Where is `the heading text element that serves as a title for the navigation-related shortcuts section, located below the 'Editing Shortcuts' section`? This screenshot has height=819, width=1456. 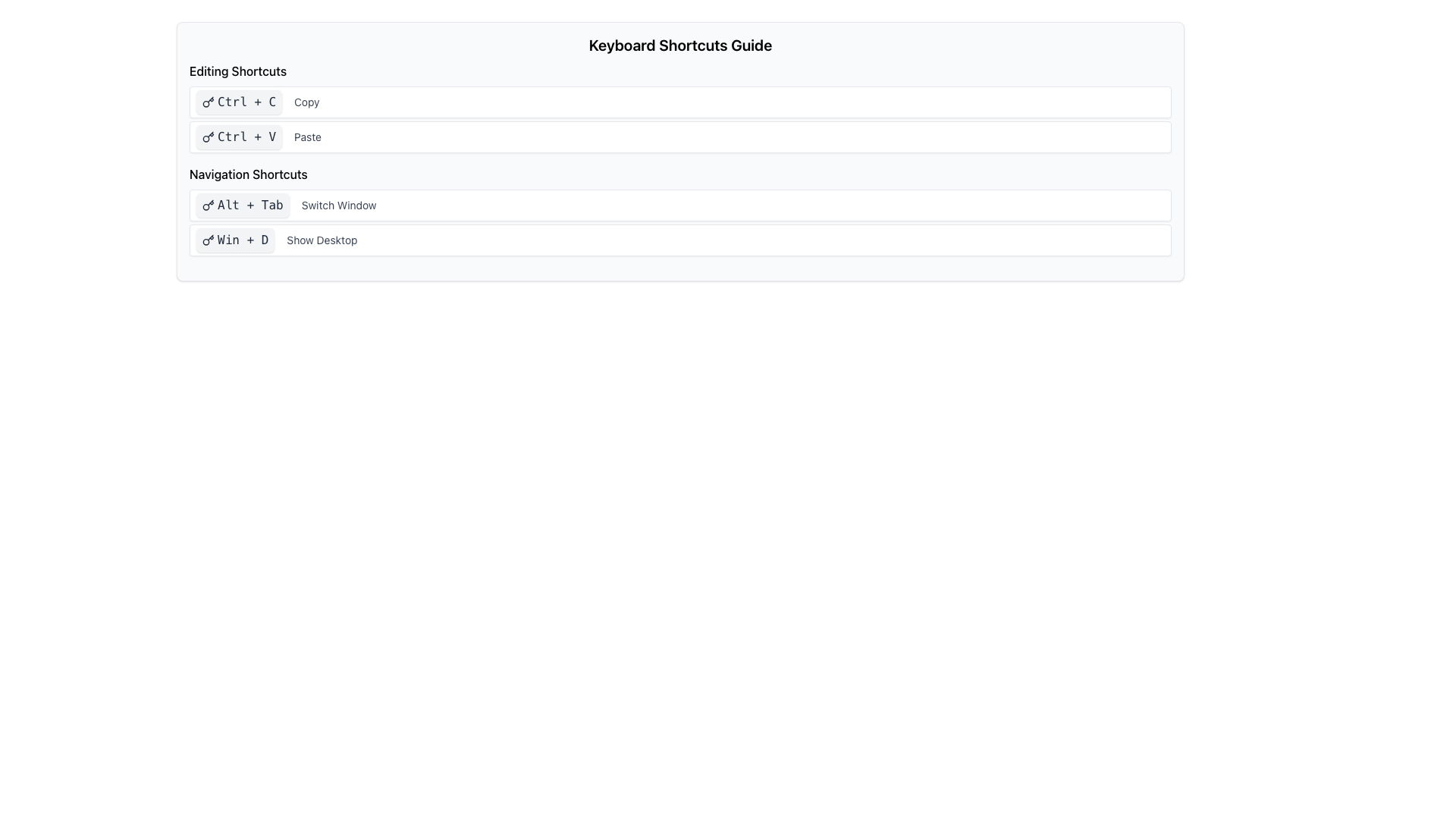
the heading text element that serves as a title for the navigation-related shortcuts section, located below the 'Editing Shortcuts' section is located at coordinates (248, 174).